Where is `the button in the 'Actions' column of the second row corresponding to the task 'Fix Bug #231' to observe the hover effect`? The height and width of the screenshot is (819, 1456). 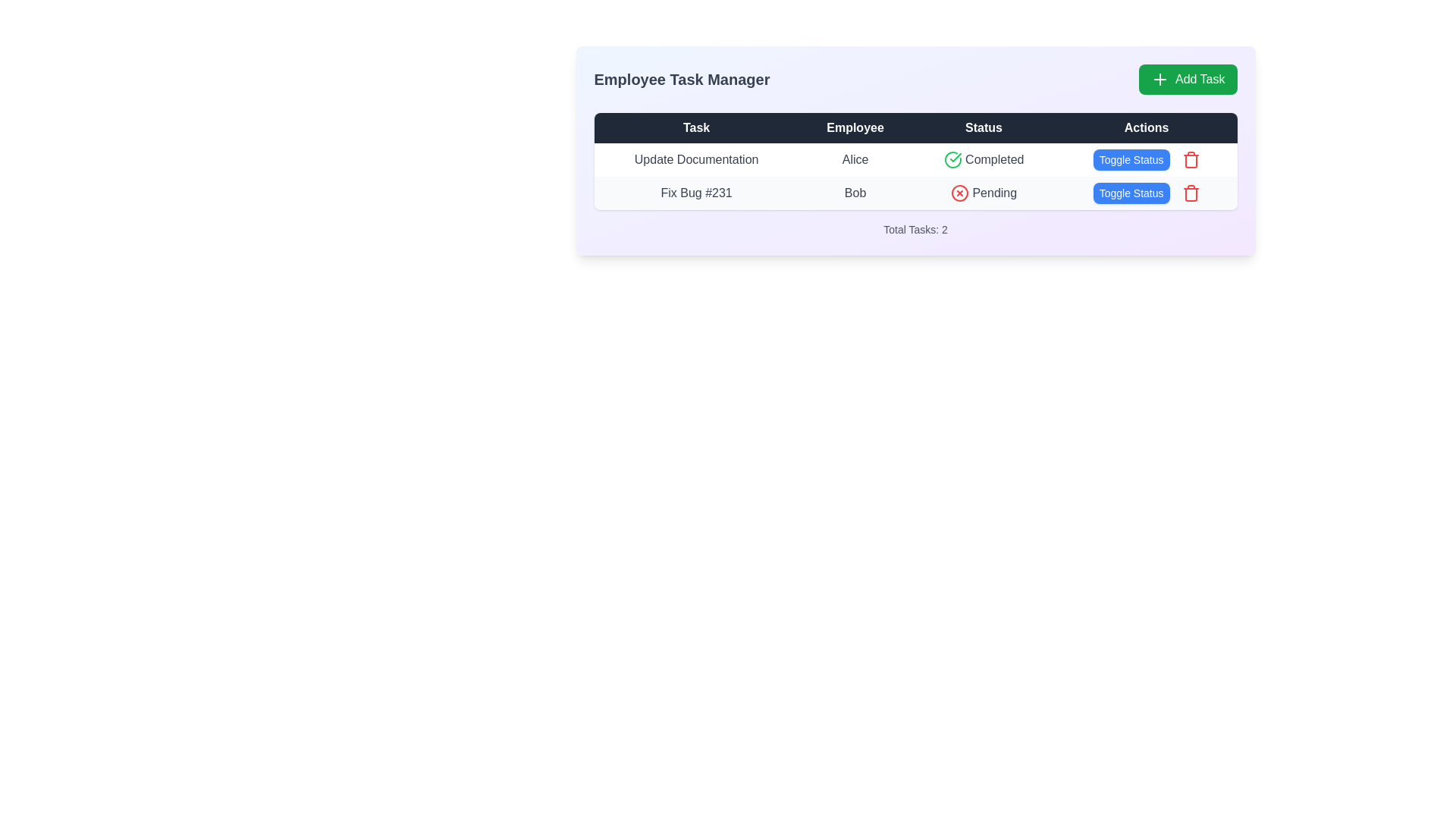
the button in the 'Actions' column of the second row corresponding to the task 'Fix Bug #231' to observe the hover effect is located at coordinates (1147, 192).